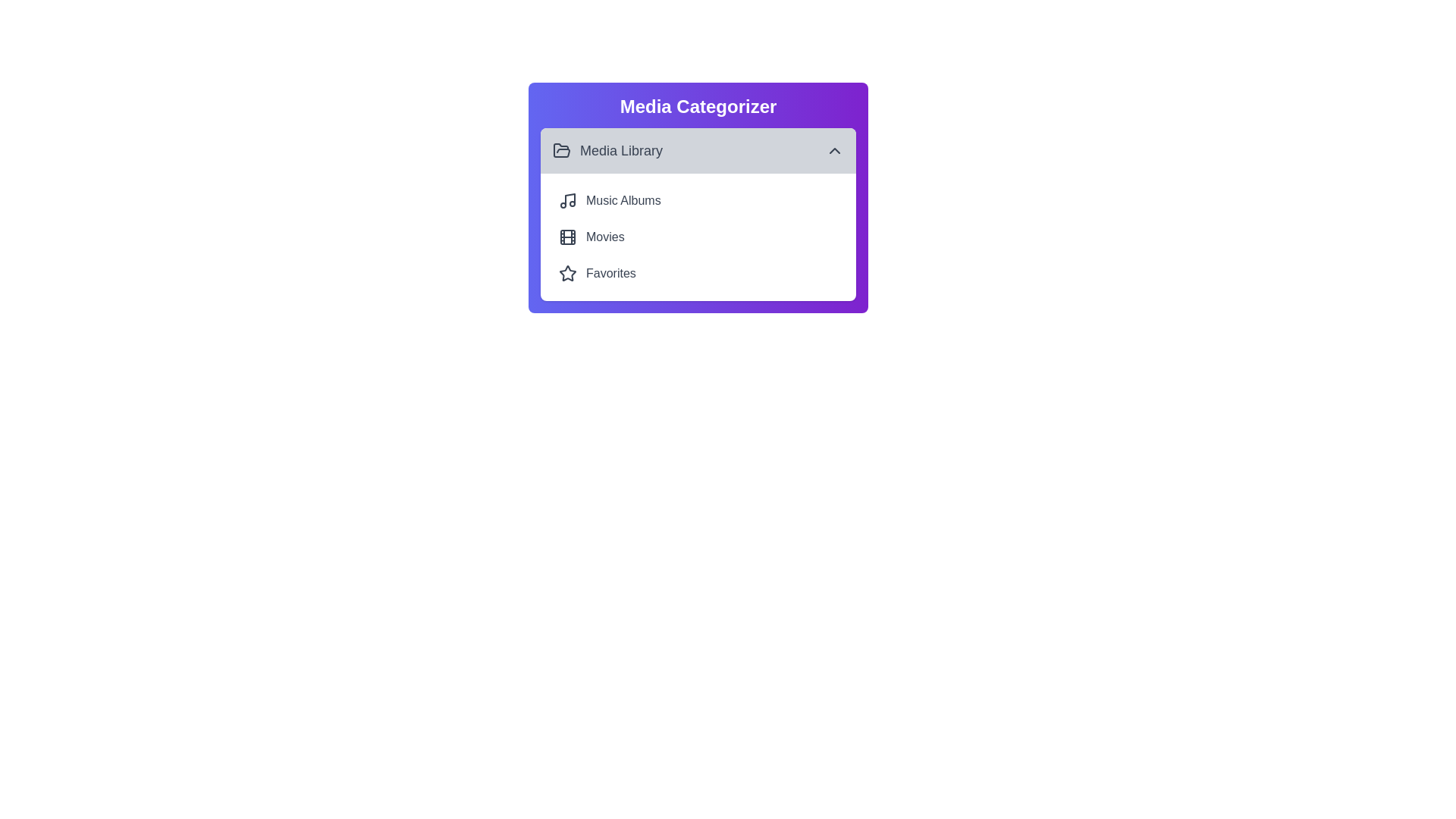  What do you see at coordinates (698, 237) in the screenshot?
I see `the menu item Movies to trigger its hover effect` at bounding box center [698, 237].